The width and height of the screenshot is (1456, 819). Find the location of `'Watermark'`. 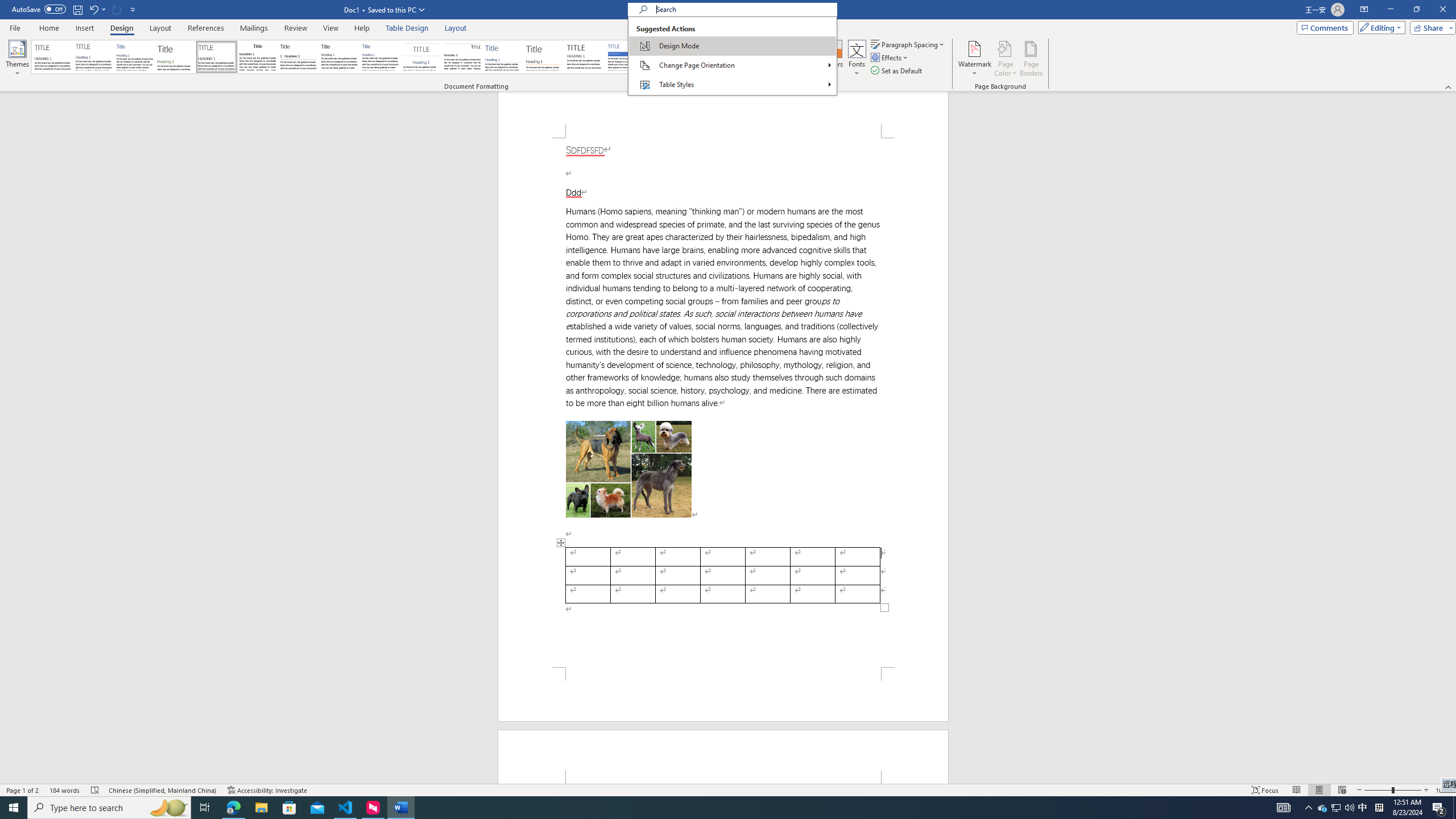

'Watermark' is located at coordinates (974, 59).